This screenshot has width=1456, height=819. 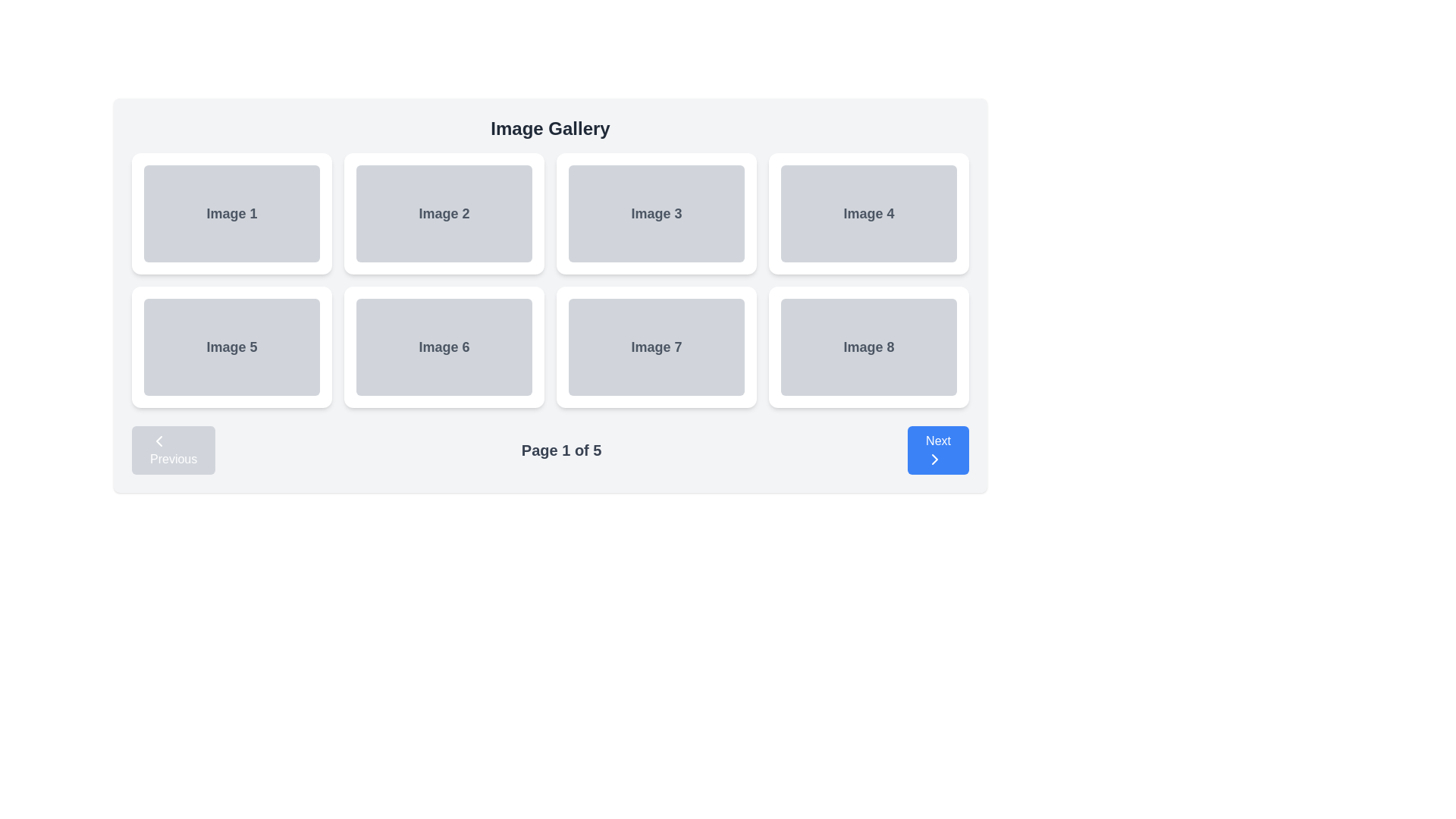 What do you see at coordinates (231, 213) in the screenshot?
I see `the text label that contains 'Image 1', which is styled in bold gray font and centered in a light gray rectangular box within the 'Image Gallery' grid layout` at bounding box center [231, 213].